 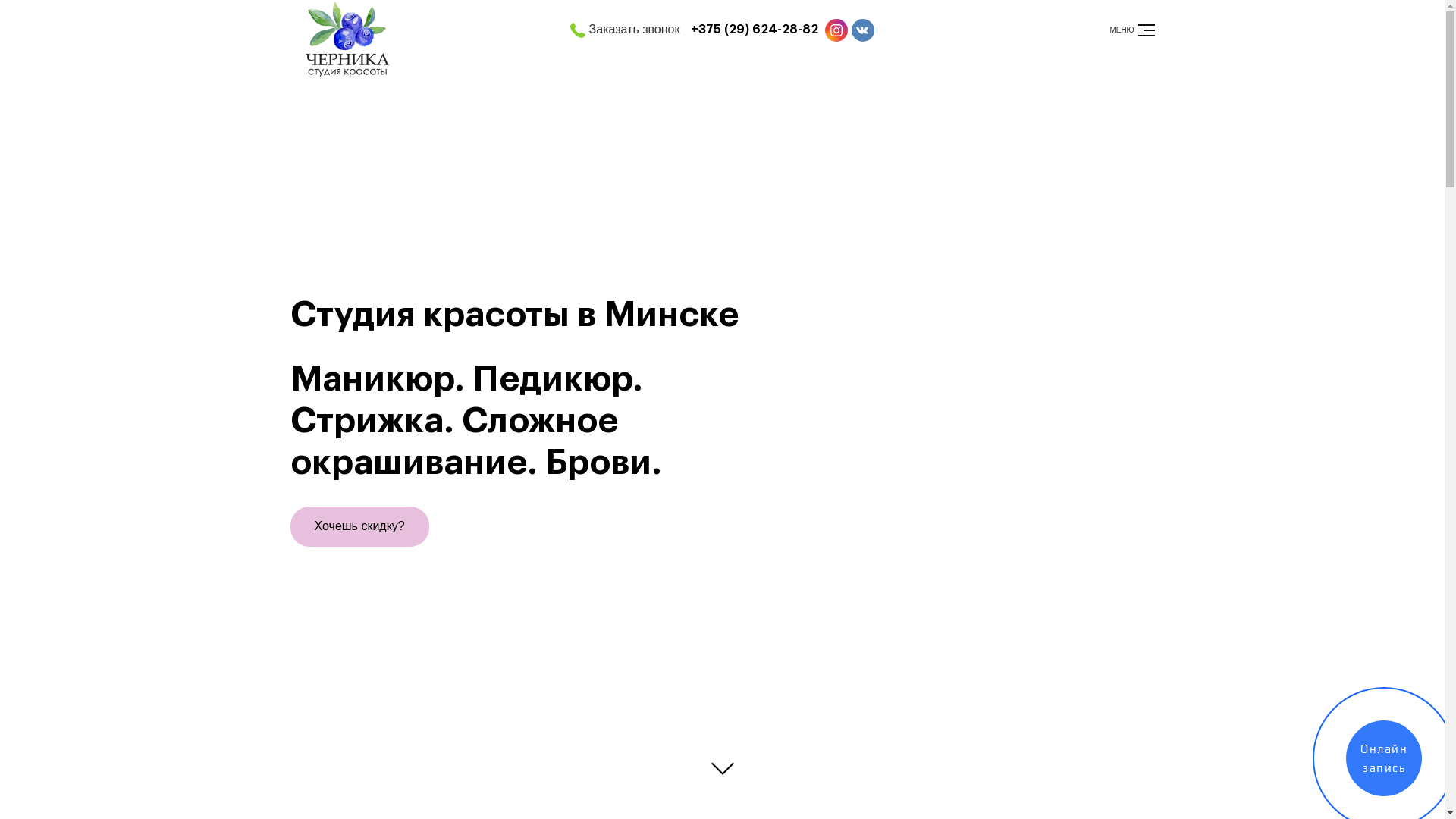 I want to click on '+375 (29) 624-28-82', so click(x=754, y=30).